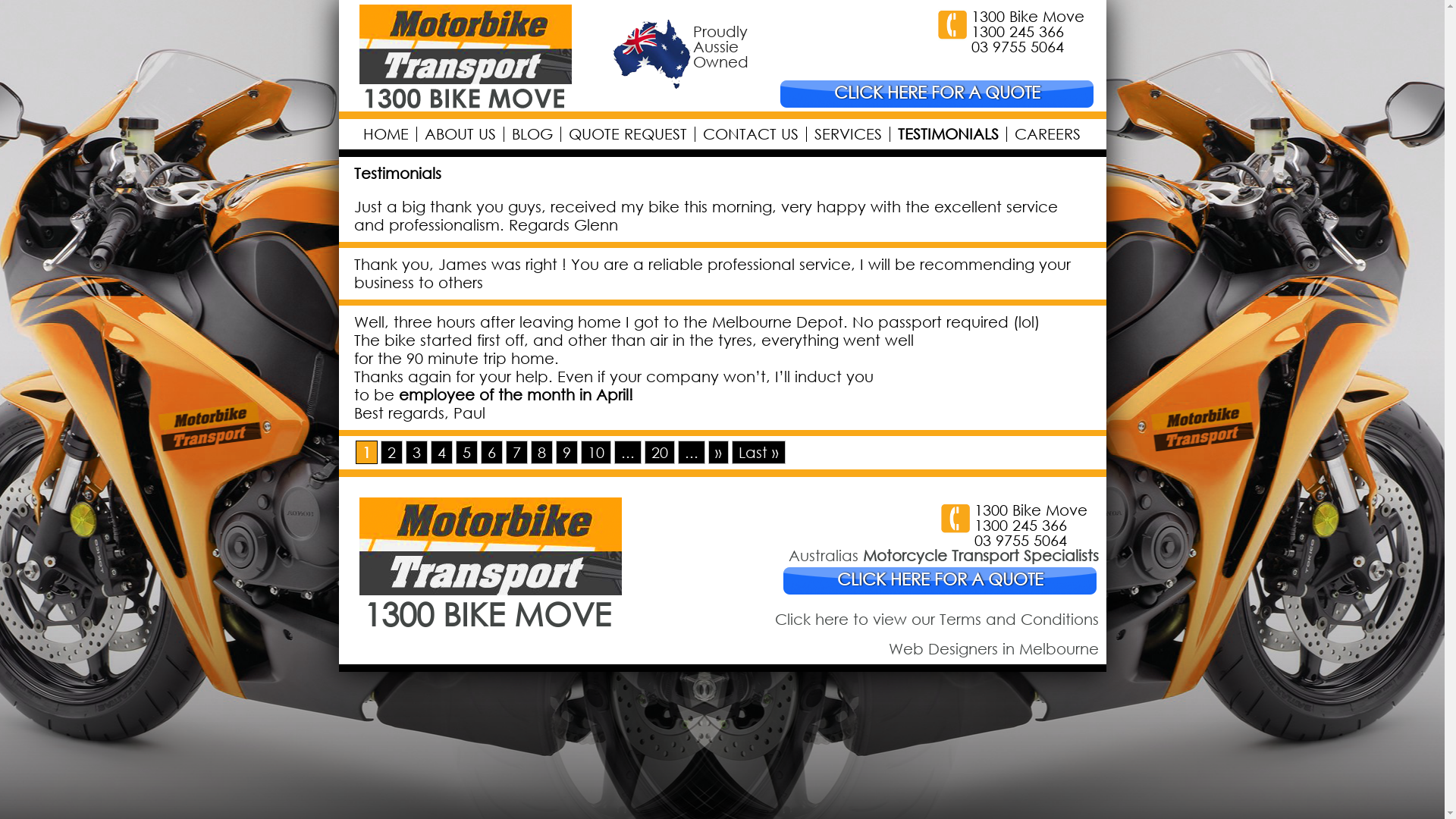 Image resolution: width=1456 pixels, height=819 pixels. Describe the element at coordinates (353, 133) in the screenshot. I see `'HOME'` at that location.